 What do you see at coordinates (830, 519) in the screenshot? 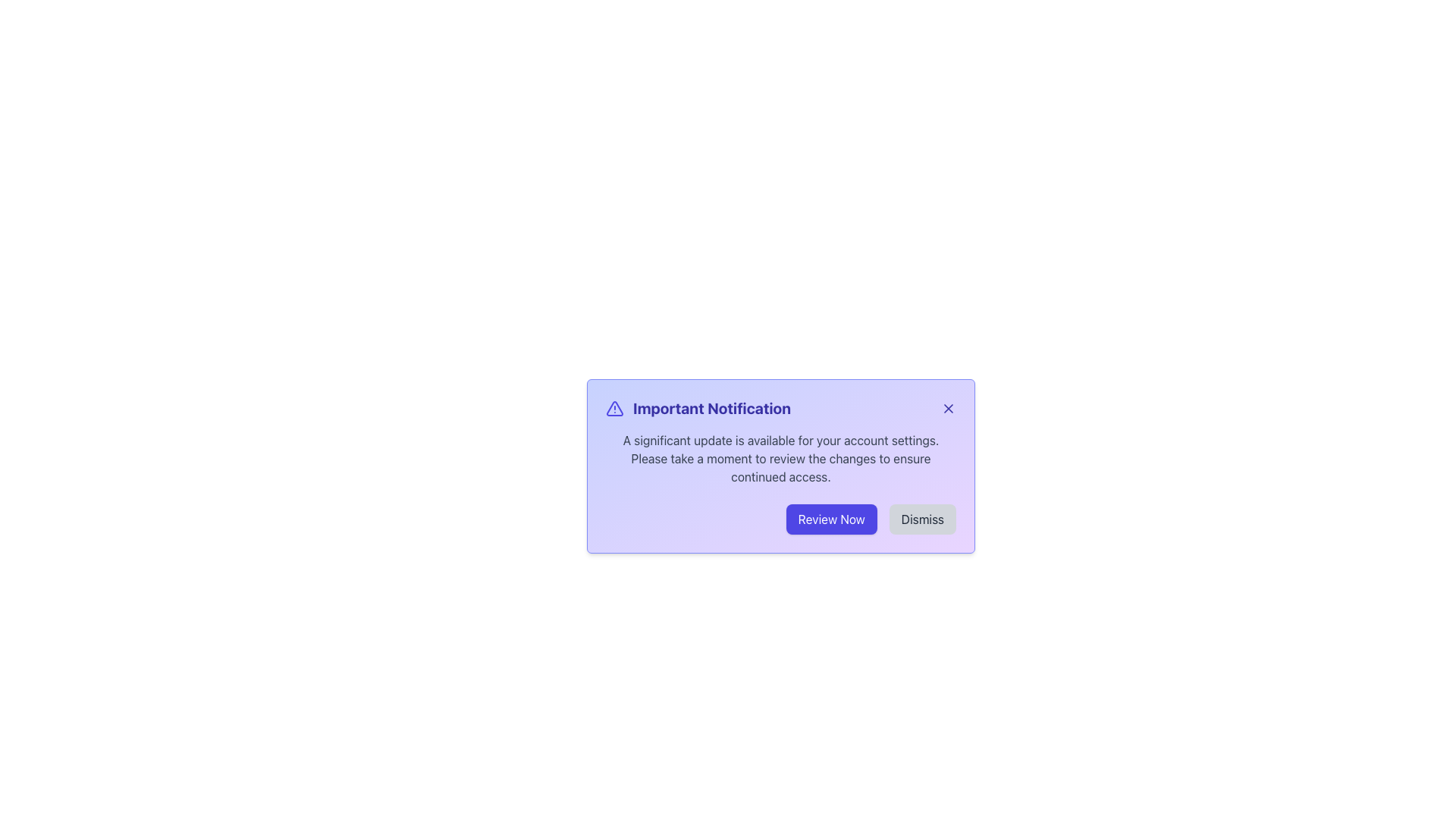
I see `the review button located in the notification modal to change its appearance` at bounding box center [830, 519].